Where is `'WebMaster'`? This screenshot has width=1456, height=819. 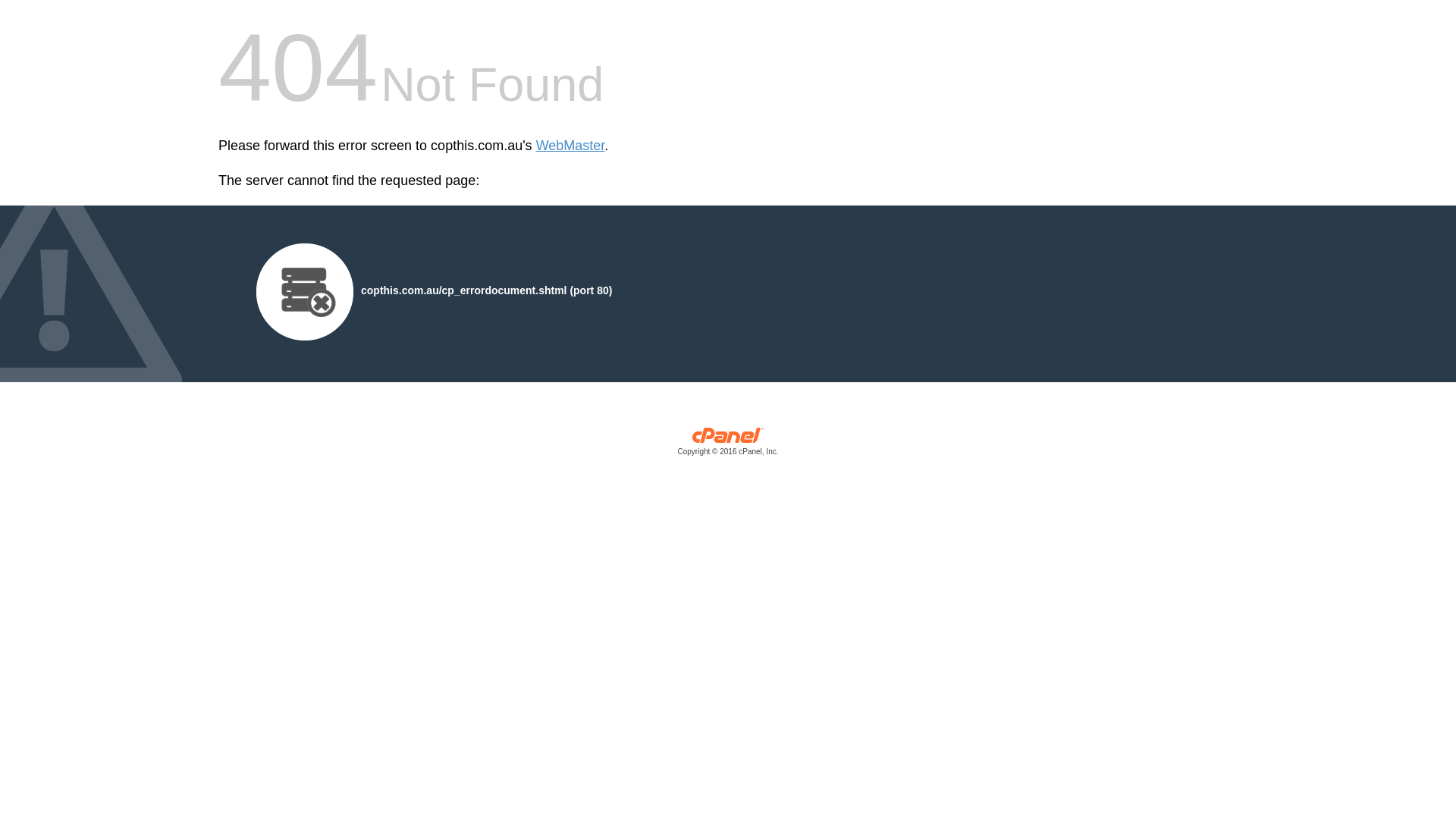
'WebMaster' is located at coordinates (570, 146).